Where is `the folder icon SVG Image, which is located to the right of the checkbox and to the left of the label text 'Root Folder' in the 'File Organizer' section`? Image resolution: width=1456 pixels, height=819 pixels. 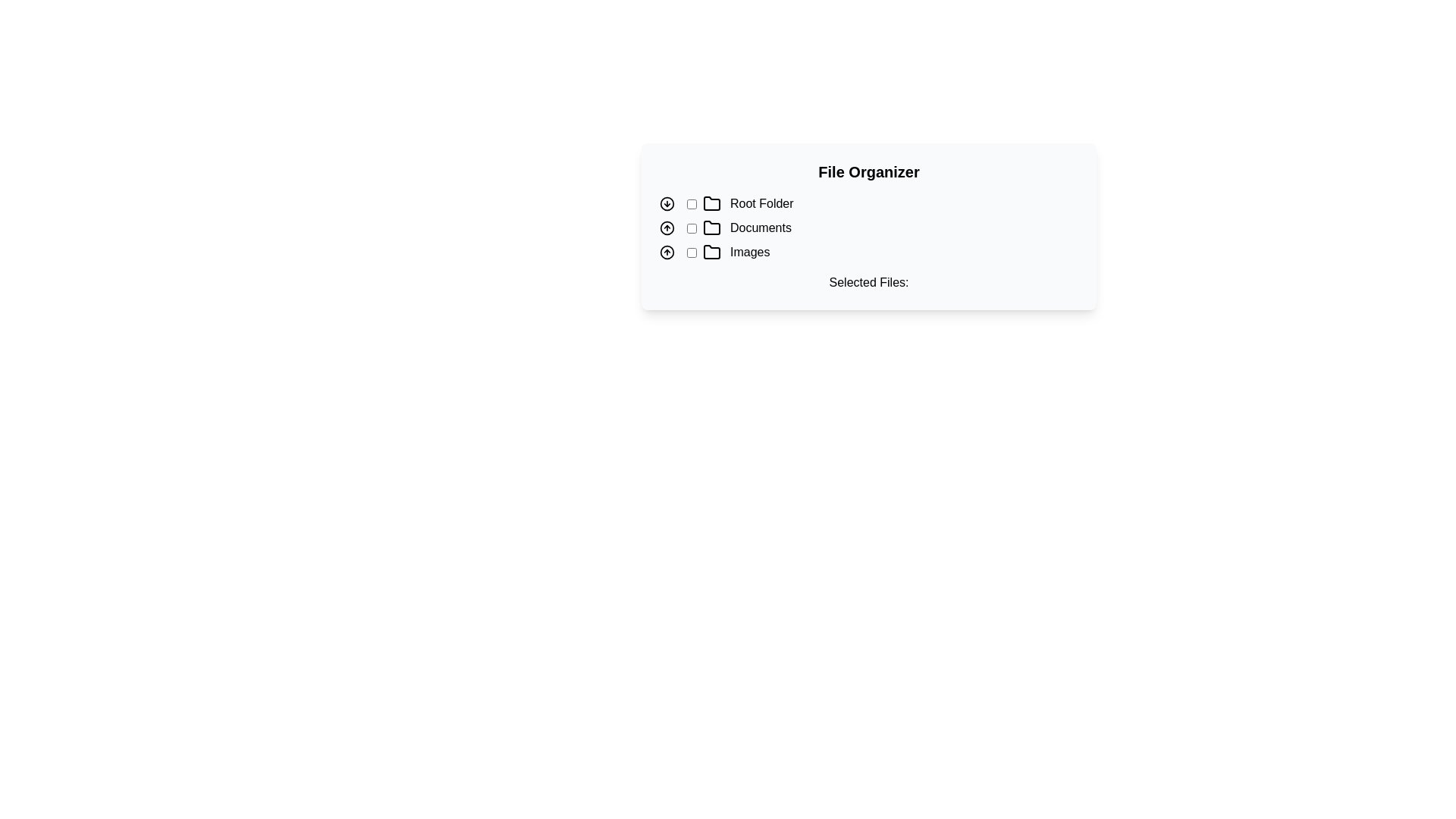 the folder icon SVG Image, which is located to the right of the checkbox and to the left of the label text 'Root Folder' in the 'File Organizer' section is located at coordinates (711, 203).